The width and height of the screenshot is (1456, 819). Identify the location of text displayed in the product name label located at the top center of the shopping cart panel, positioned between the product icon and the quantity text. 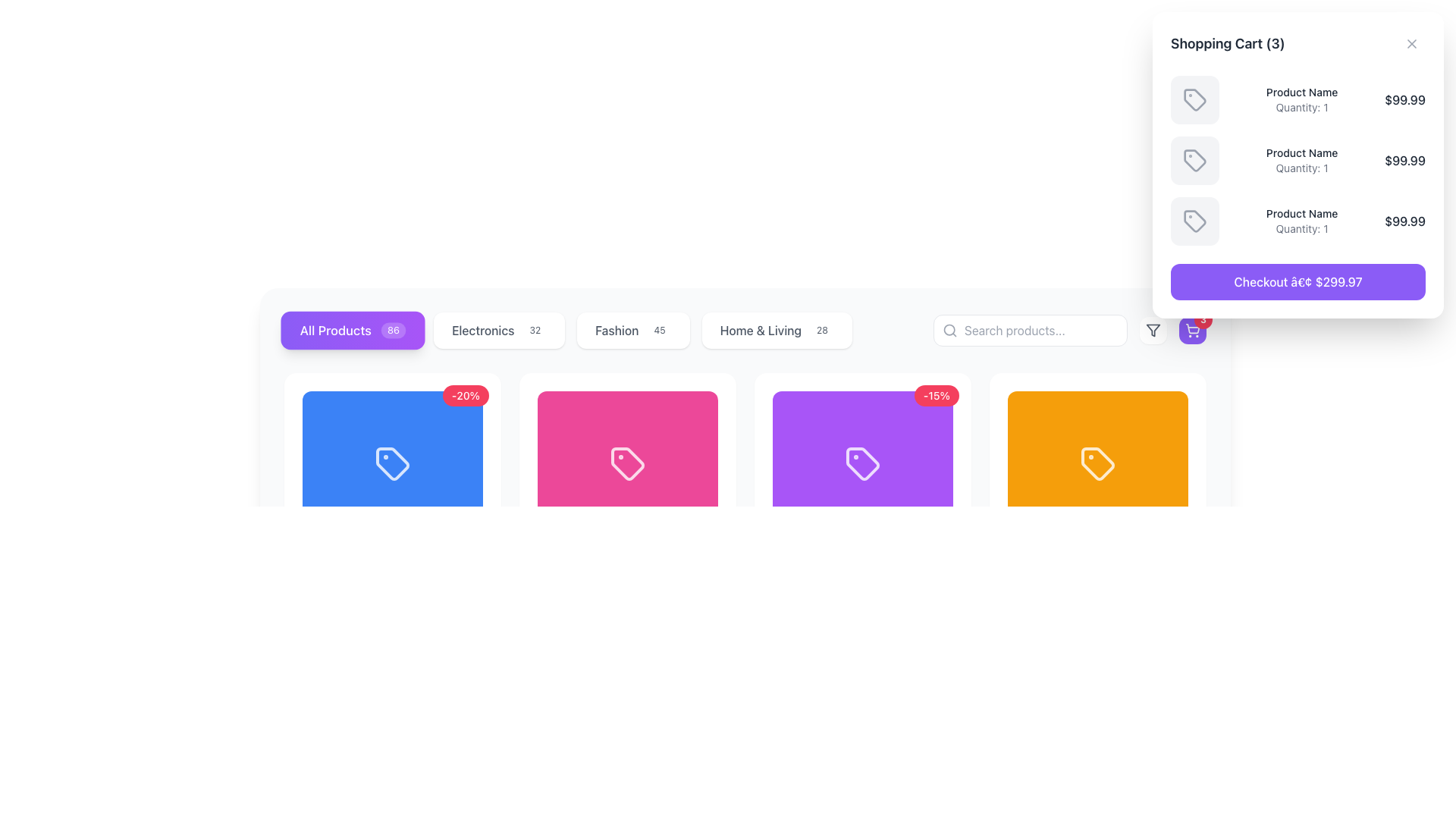
(1301, 152).